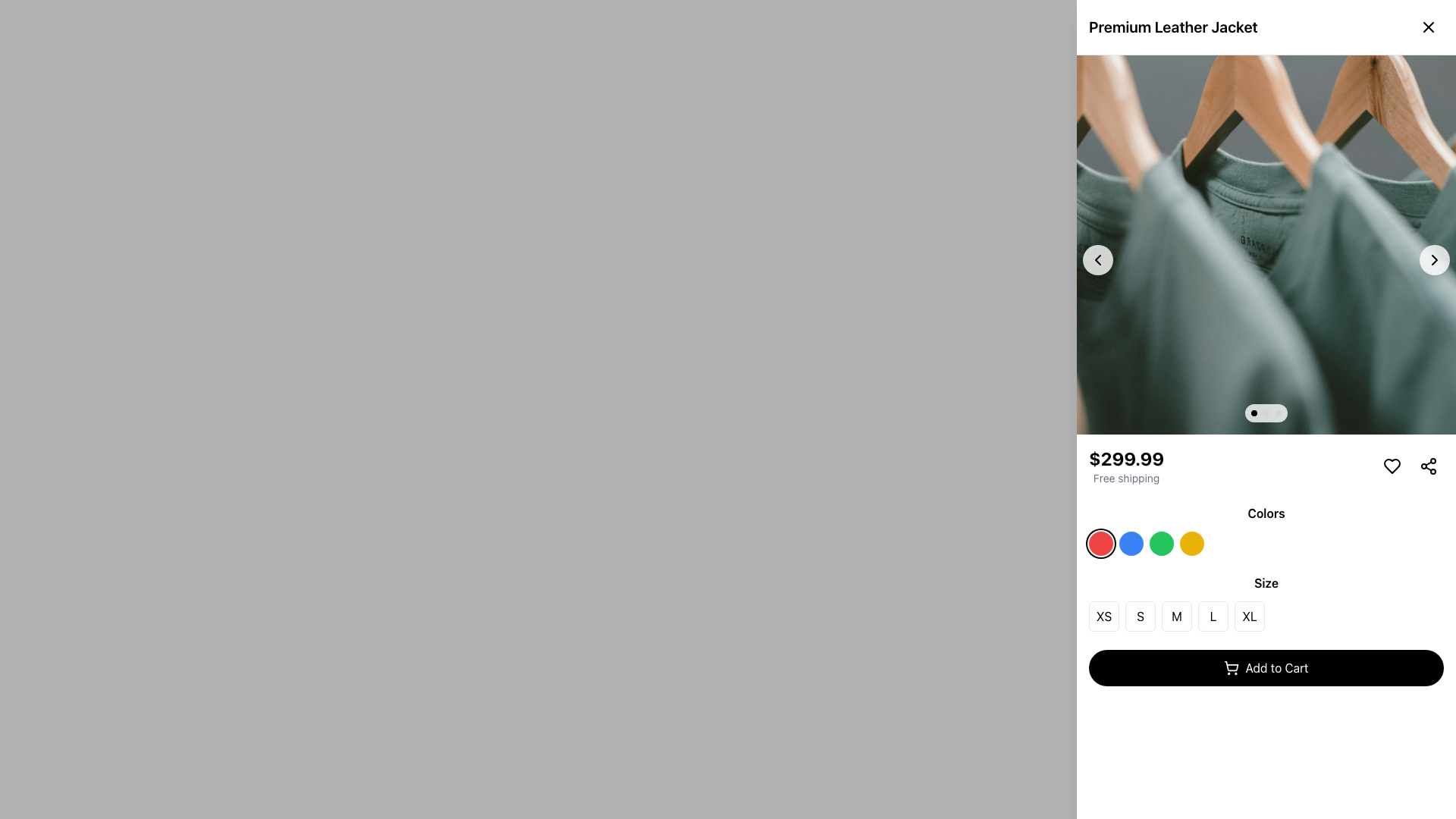  Describe the element at coordinates (1427, 27) in the screenshot. I see `the close button represented by an 'X' symbol in the top right corner of the interface` at that location.